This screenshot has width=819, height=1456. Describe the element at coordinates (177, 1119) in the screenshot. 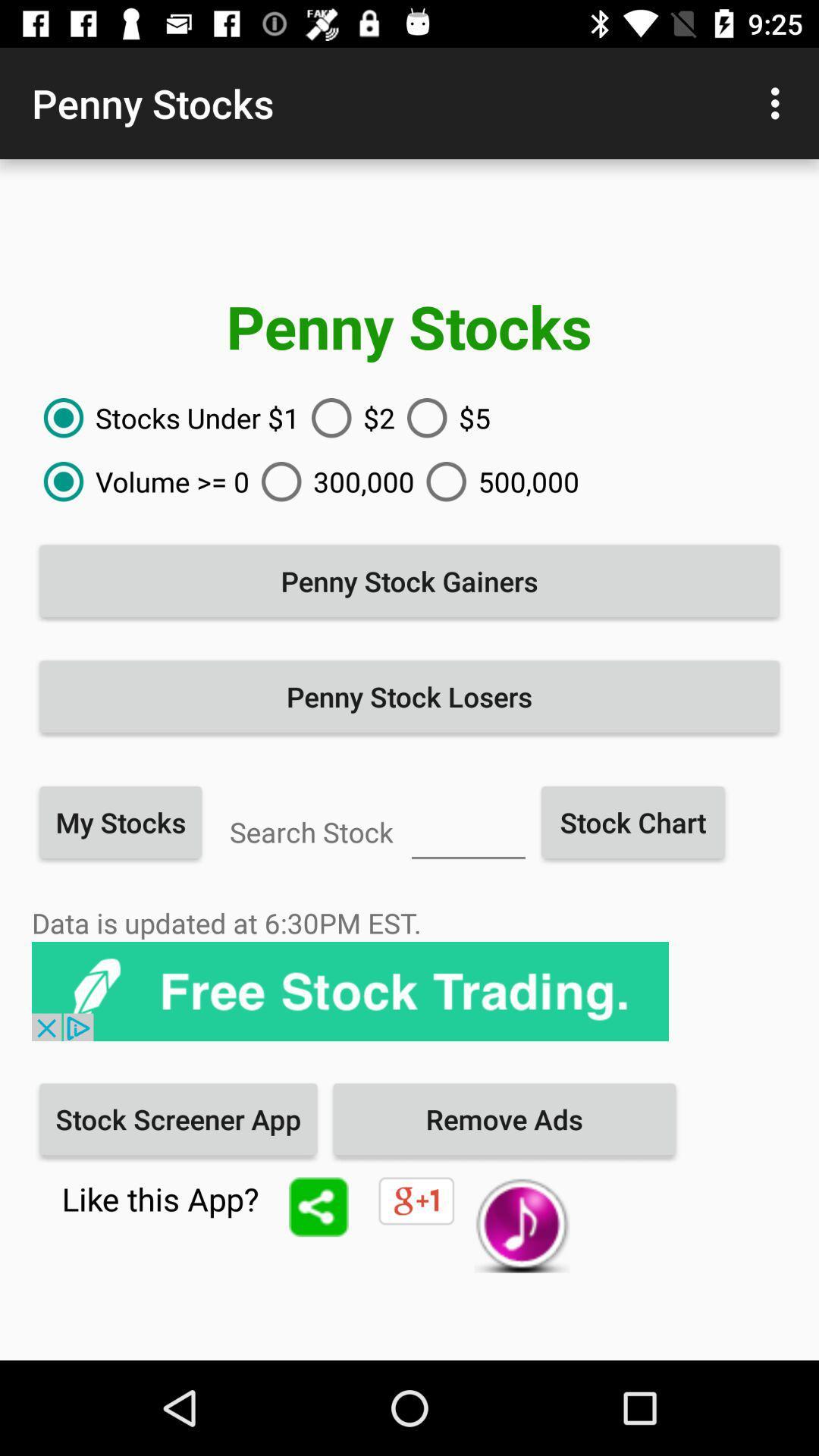

I see `icon above like this app?` at that location.